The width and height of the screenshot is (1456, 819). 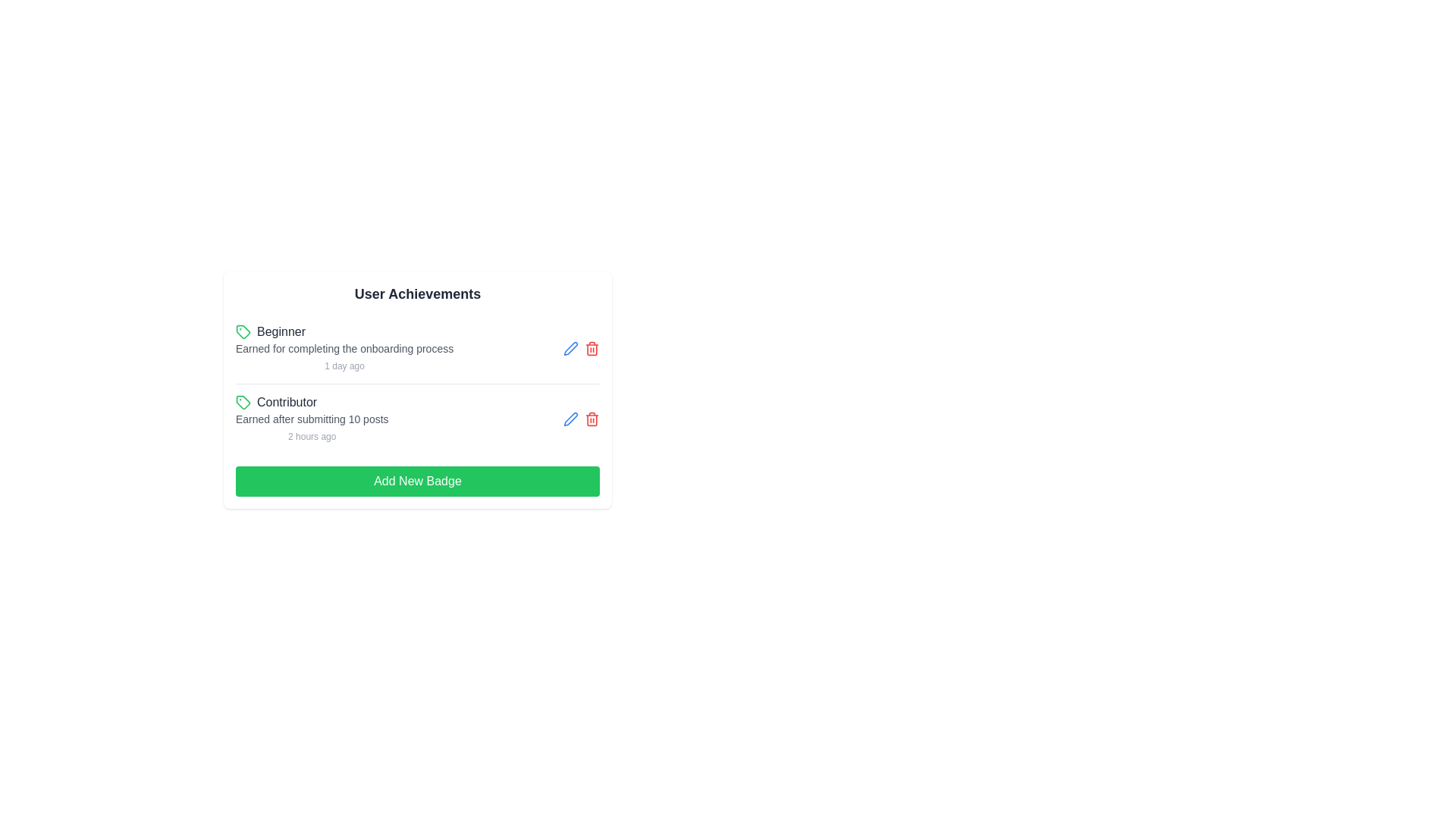 I want to click on the text element that describes the conditions to attain the 'Contributor' badge, located in the User Achievements list, between the badge title and the timestamp, so click(x=311, y=419).